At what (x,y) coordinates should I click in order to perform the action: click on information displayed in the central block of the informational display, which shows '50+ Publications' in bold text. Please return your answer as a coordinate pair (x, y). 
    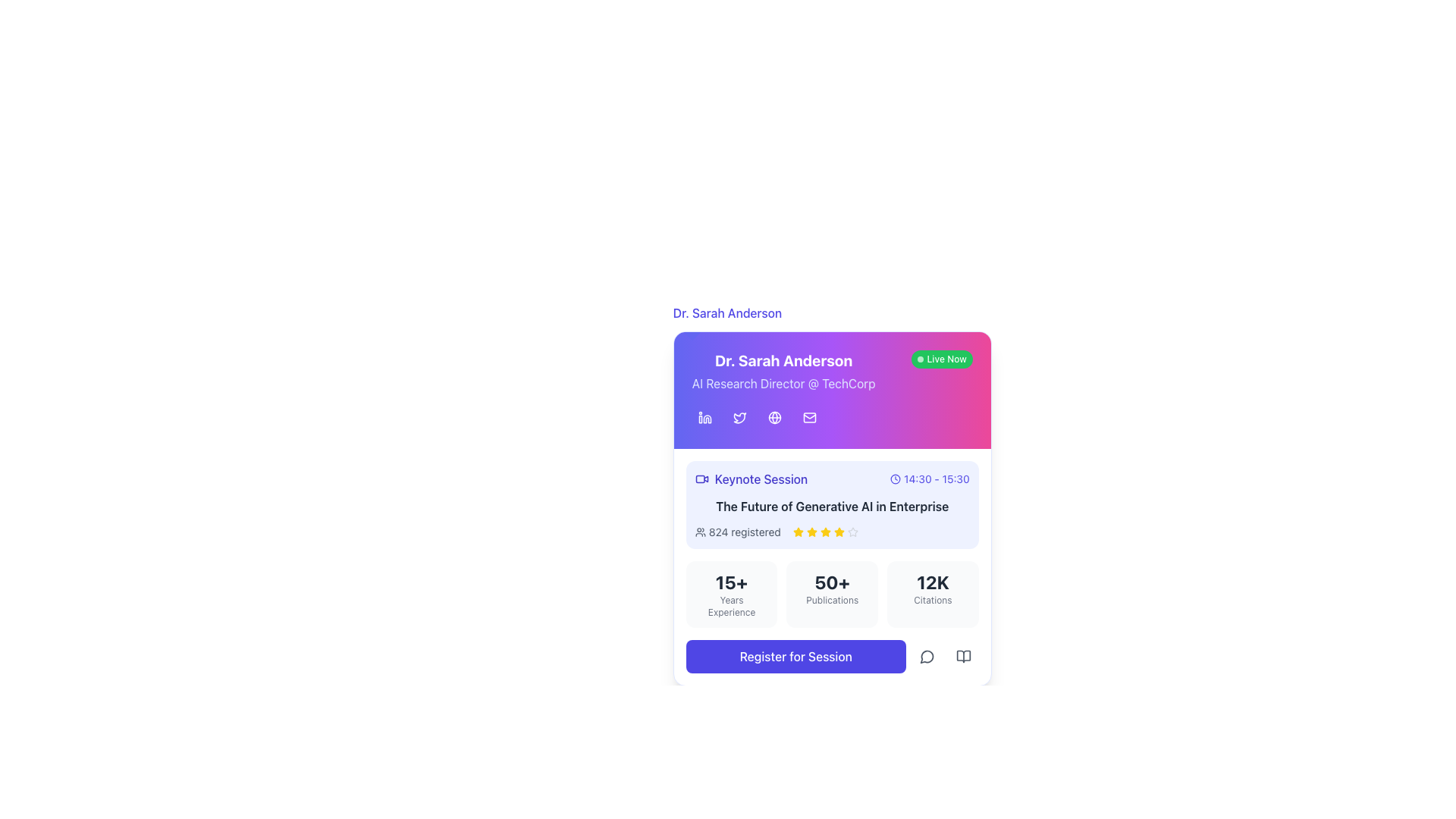
    Looking at the image, I should click on (831, 593).